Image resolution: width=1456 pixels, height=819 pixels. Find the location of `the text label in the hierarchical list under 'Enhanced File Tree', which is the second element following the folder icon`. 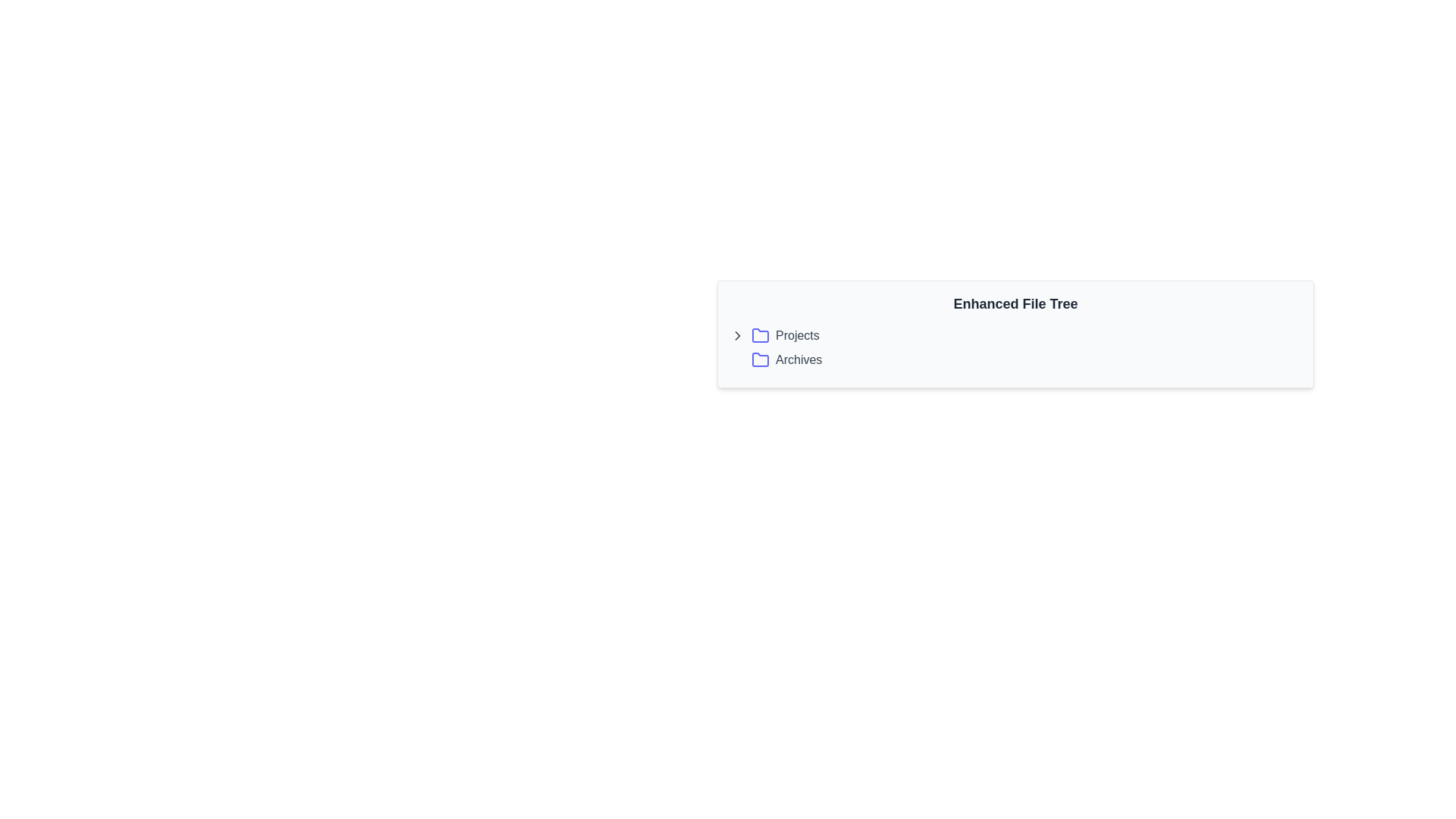

the text label in the hierarchical list under 'Enhanced File Tree', which is the second element following the folder icon is located at coordinates (796, 335).